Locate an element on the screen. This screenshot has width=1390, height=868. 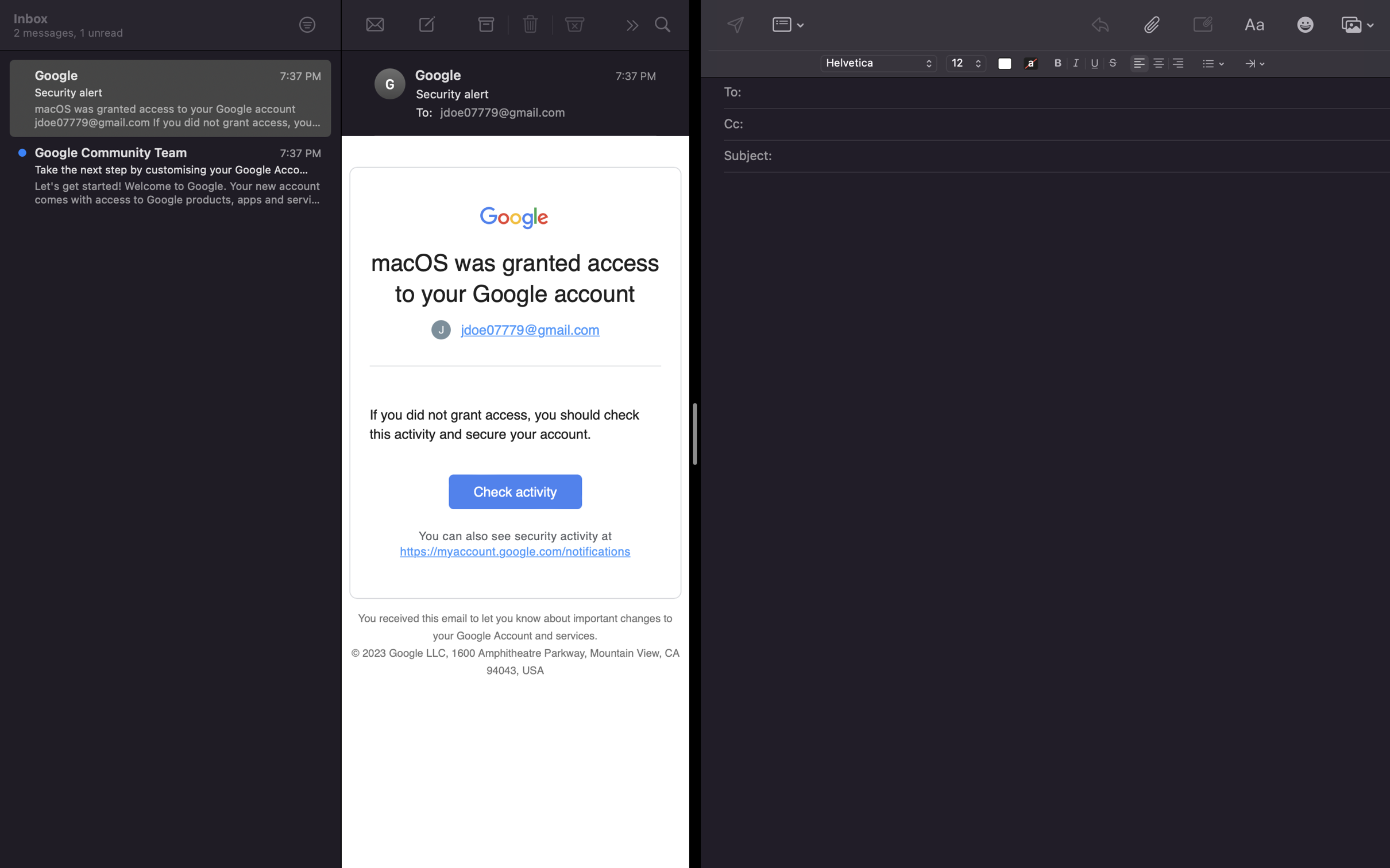
Add recipient of mail as "lisa@gmail.com is located at coordinates (1065, 93).